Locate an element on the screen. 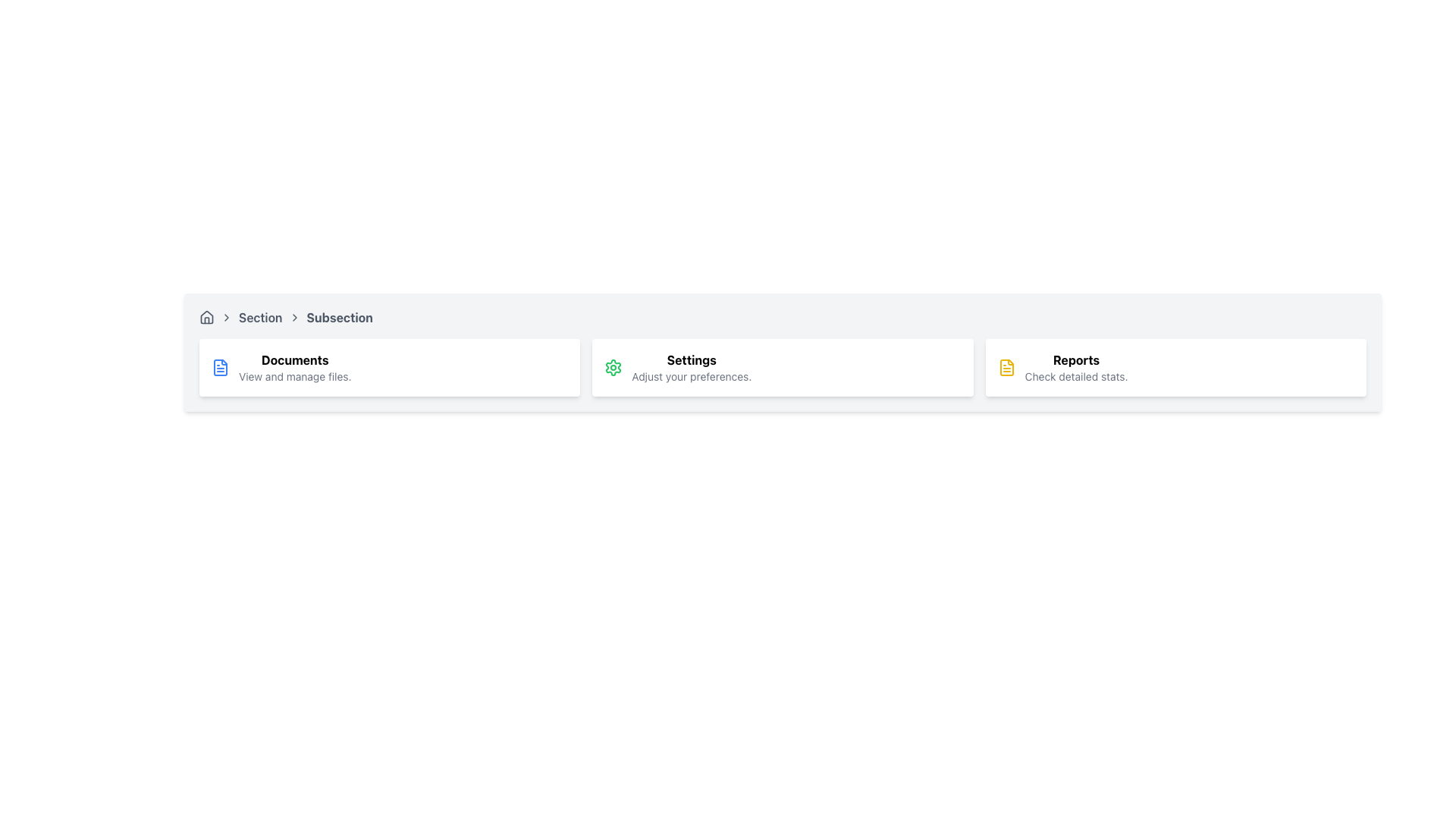 The width and height of the screenshot is (1456, 819). the second chevron icon in the breadcrumb navigation bar, which indicates progression to the next hierarchy level is located at coordinates (225, 317).